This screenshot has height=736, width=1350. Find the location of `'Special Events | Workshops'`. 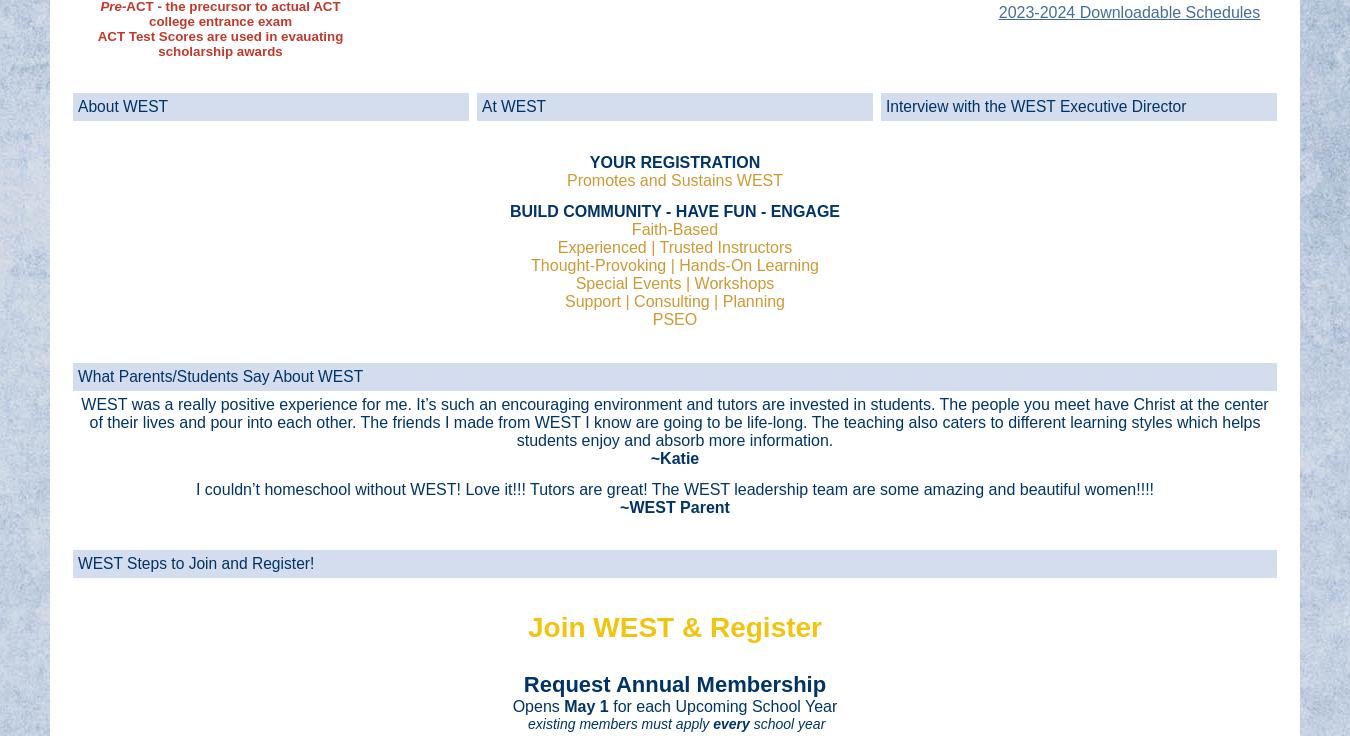

'Special Events | Workshops' is located at coordinates (674, 282).